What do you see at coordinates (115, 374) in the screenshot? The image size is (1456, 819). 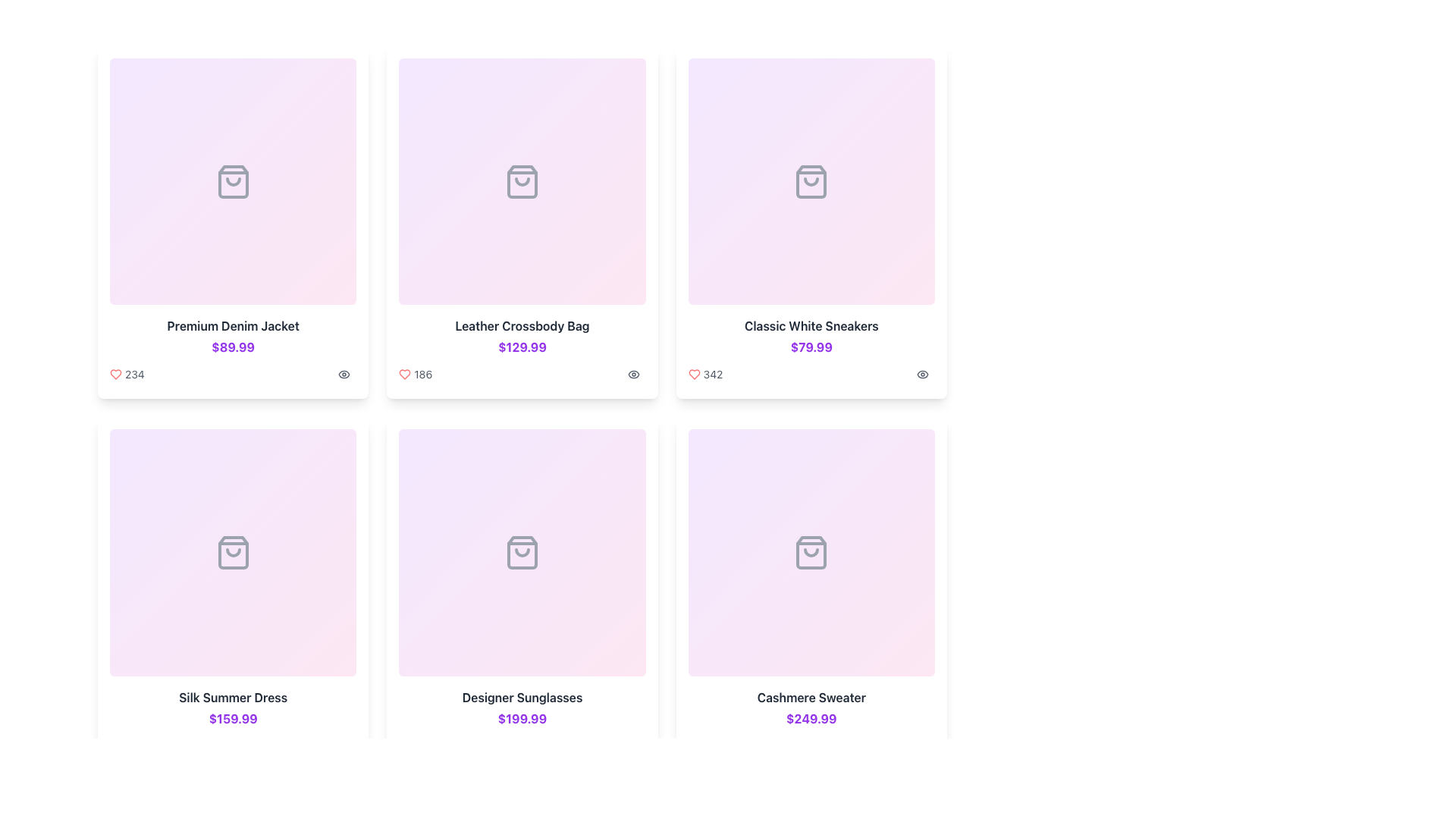 I see `the heart-shaped icon used to like or favorite an item, located in the bottom-left section of the first card in the top-left corner, adjacent to the numeric value '234'` at bounding box center [115, 374].